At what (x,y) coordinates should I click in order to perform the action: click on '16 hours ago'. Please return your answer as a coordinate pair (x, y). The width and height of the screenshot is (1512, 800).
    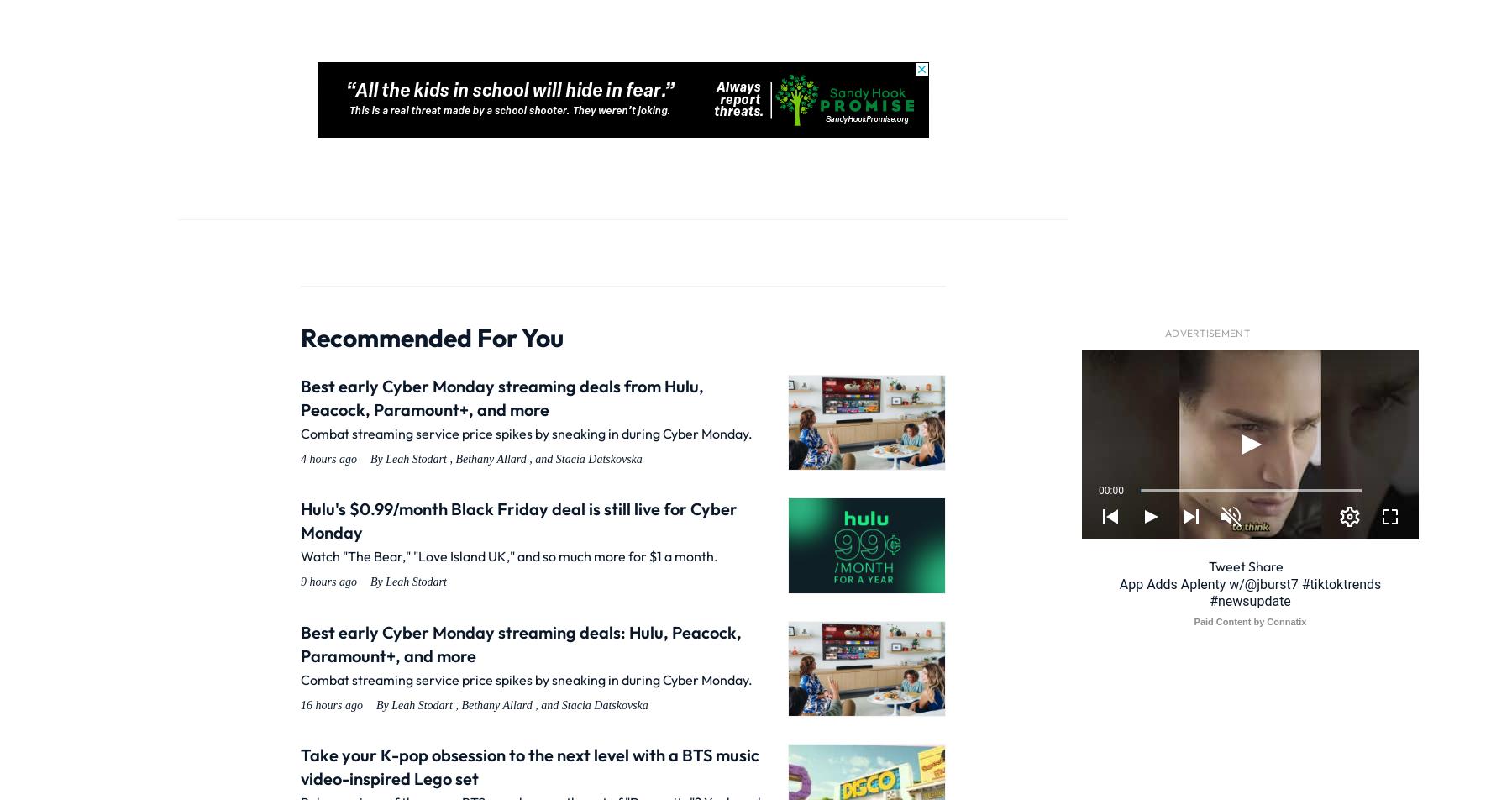
    Looking at the image, I should click on (331, 704).